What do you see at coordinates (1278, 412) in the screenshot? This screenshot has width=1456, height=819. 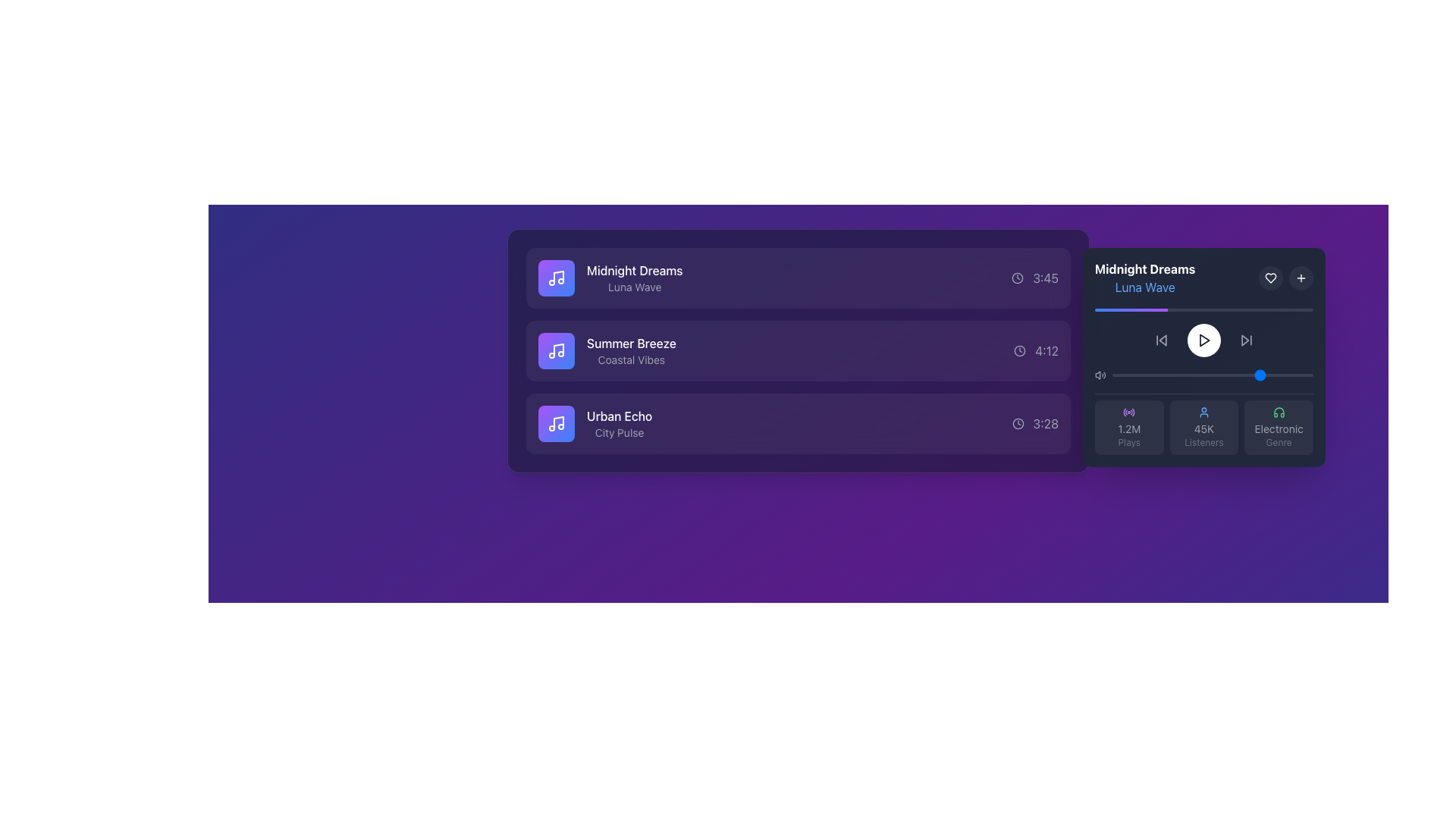 I see `the audio icon located in the bottom-right corner of the interface` at bounding box center [1278, 412].